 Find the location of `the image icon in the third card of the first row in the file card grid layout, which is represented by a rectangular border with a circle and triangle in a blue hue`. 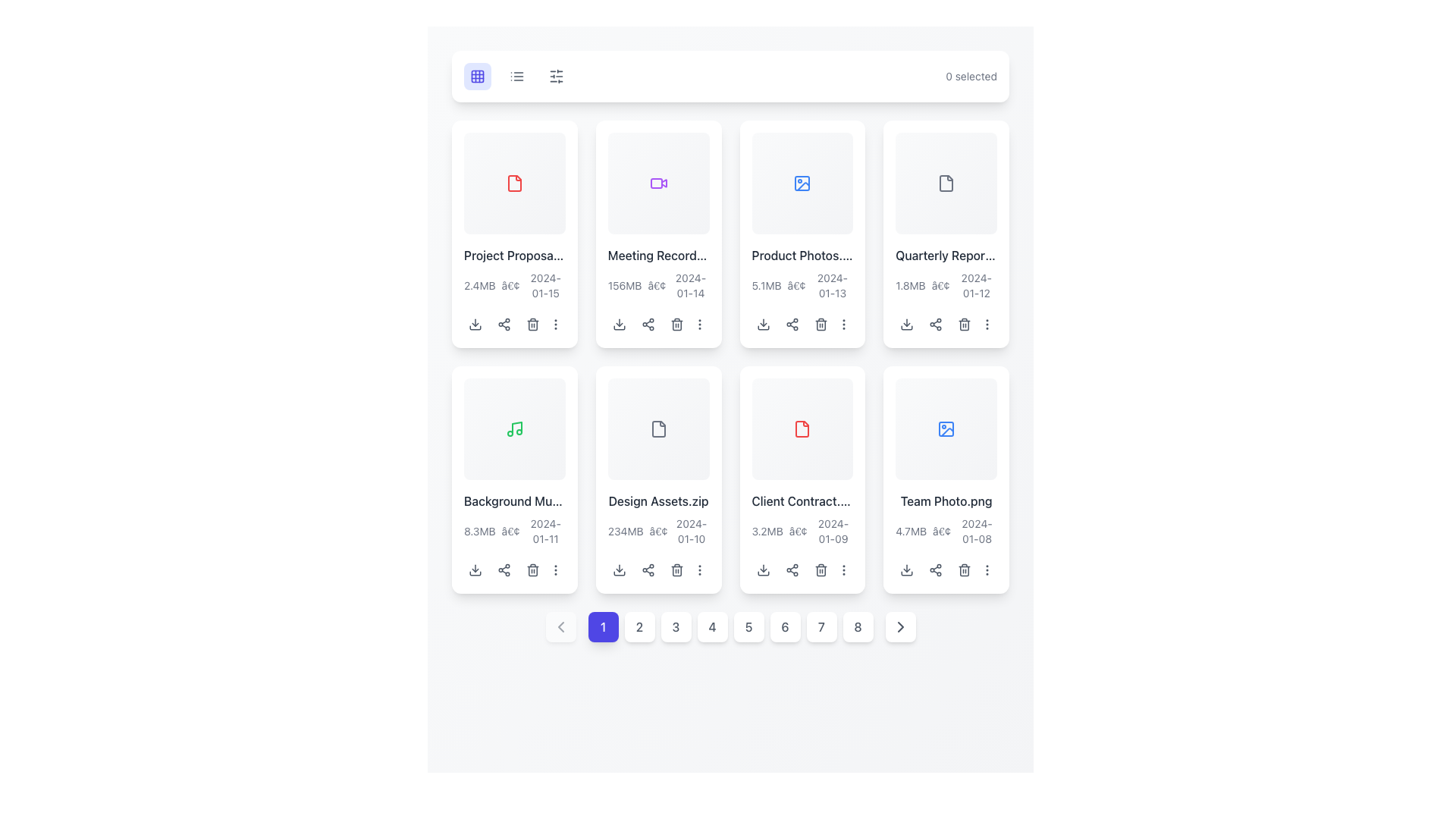

the image icon in the third card of the first row in the file card grid layout, which is represented by a rectangular border with a circle and triangle in a blue hue is located at coordinates (802, 182).